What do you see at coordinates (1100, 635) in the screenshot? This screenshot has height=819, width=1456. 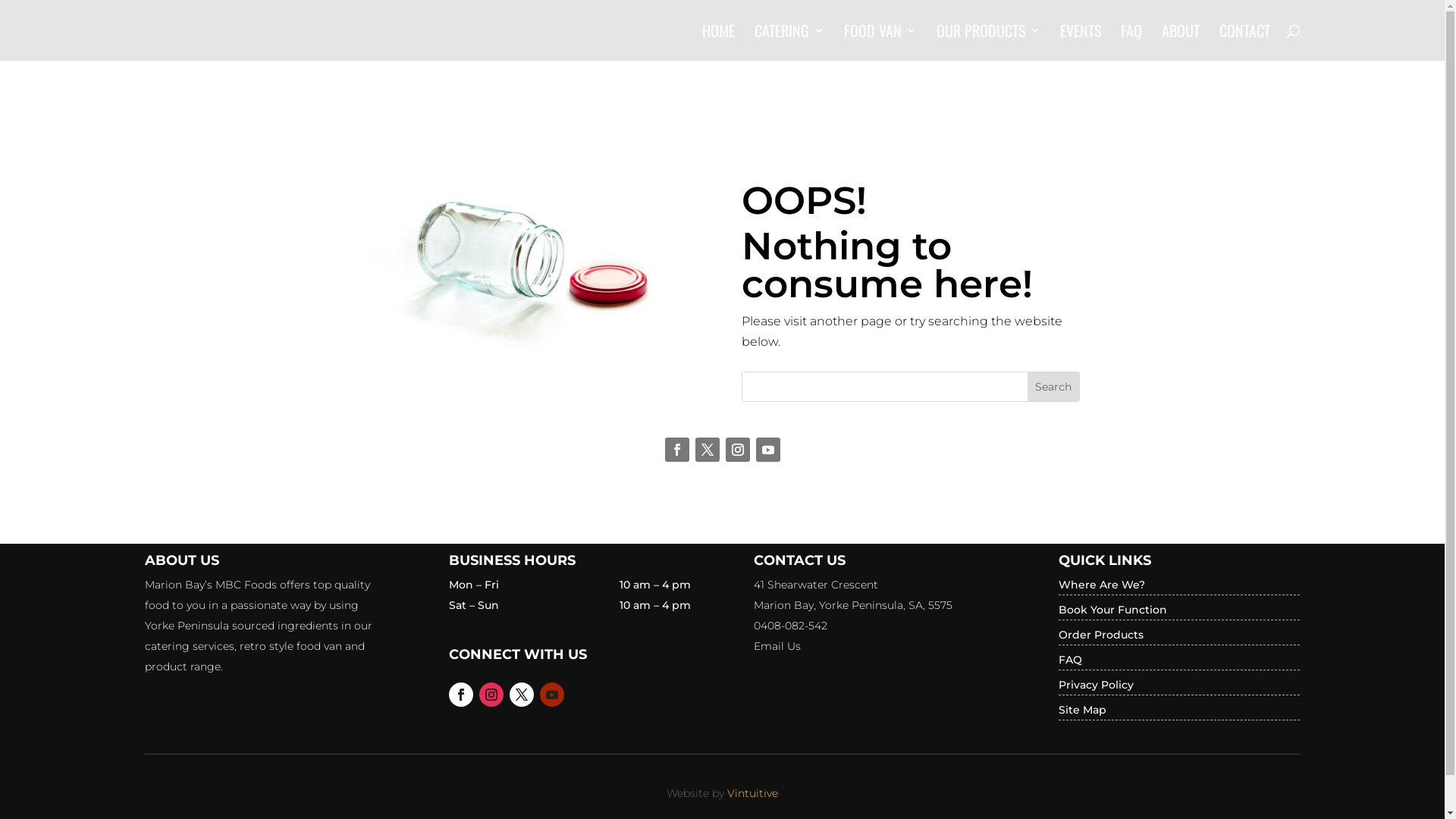 I see `'Order Products'` at bounding box center [1100, 635].